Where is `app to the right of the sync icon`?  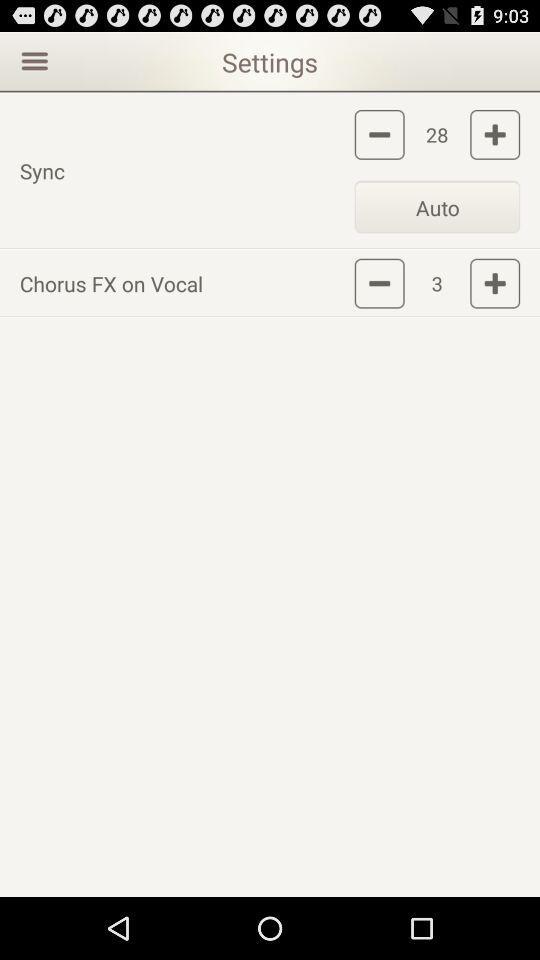
app to the right of the sync icon is located at coordinates (436, 206).